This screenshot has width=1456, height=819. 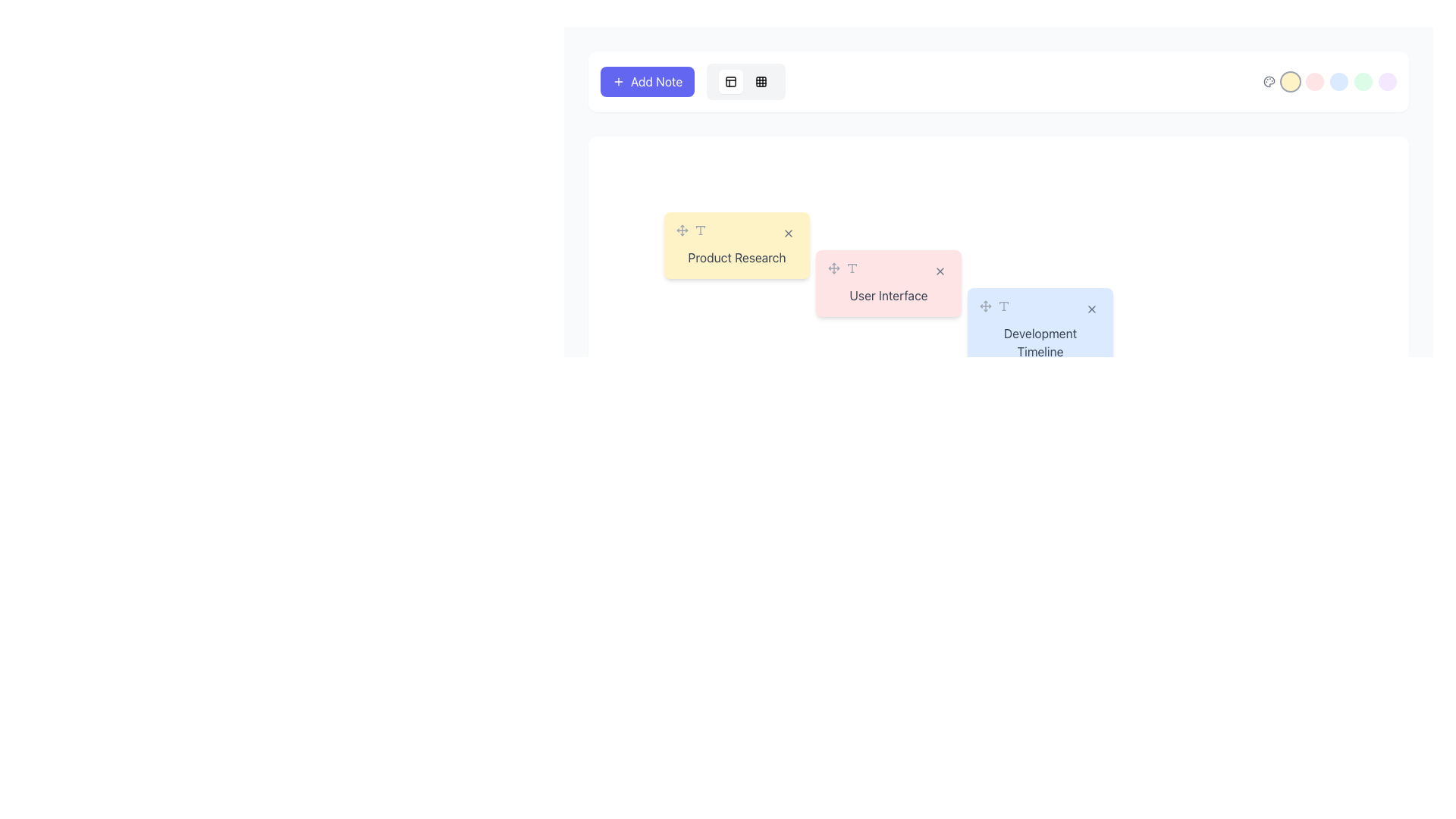 What do you see at coordinates (657, 82) in the screenshot?
I see `label text of the 'Add Note' button, which is positioned within a purple button and aligned to the right of the '+' icon` at bounding box center [657, 82].